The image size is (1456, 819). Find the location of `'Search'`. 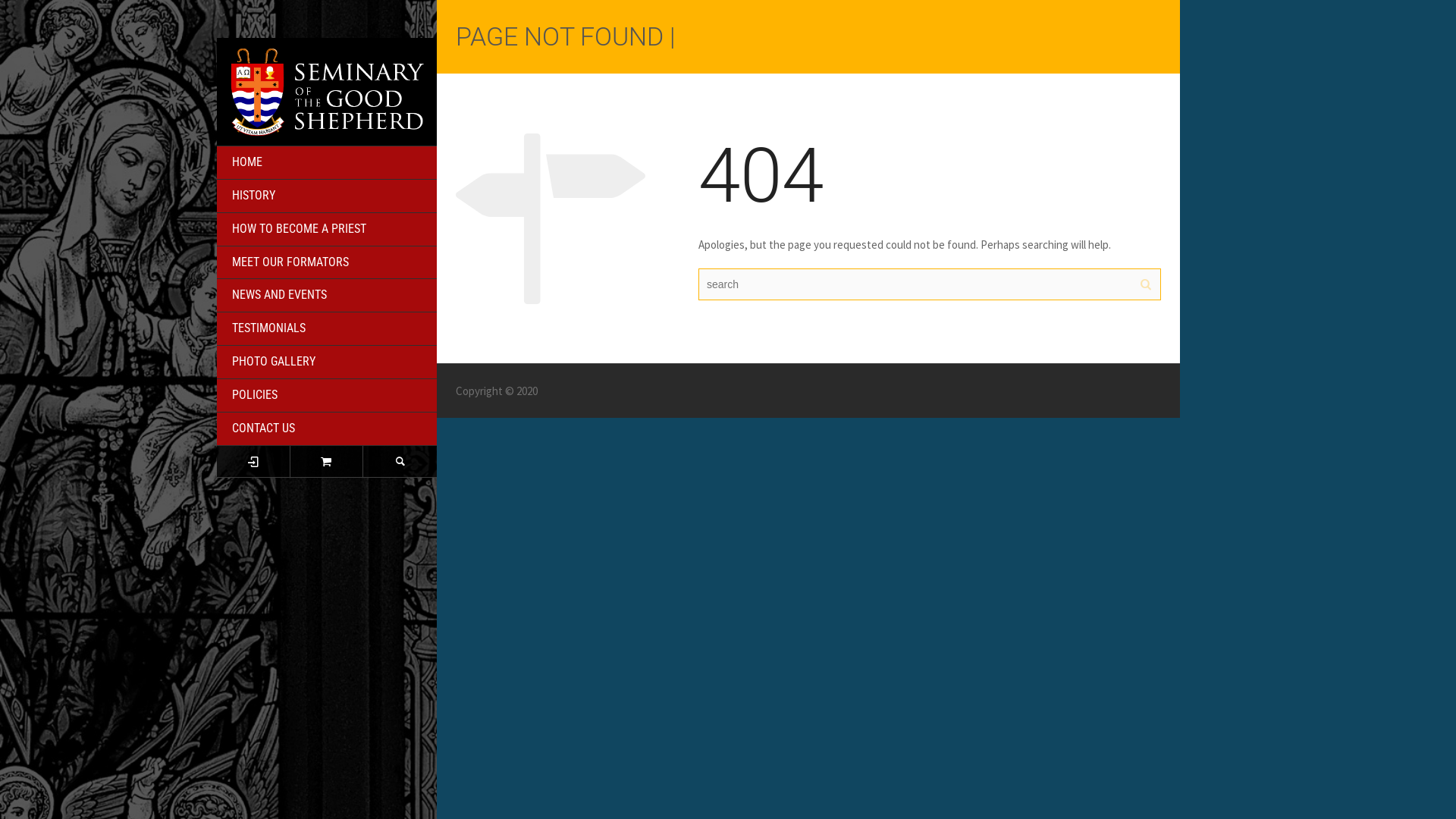

'Search' is located at coordinates (362, 460).